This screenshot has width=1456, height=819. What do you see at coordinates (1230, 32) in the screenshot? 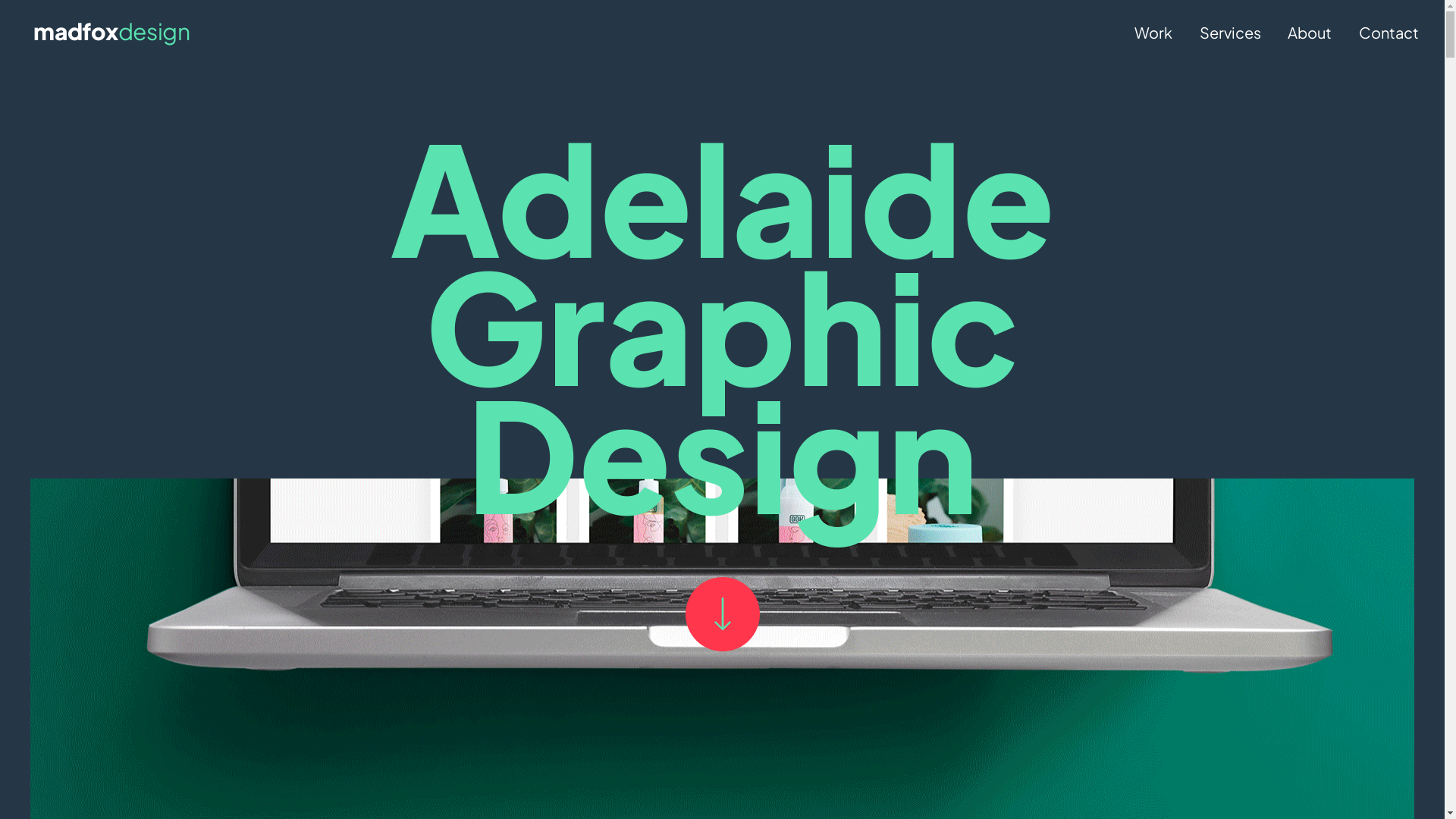
I see `'Services'` at bounding box center [1230, 32].